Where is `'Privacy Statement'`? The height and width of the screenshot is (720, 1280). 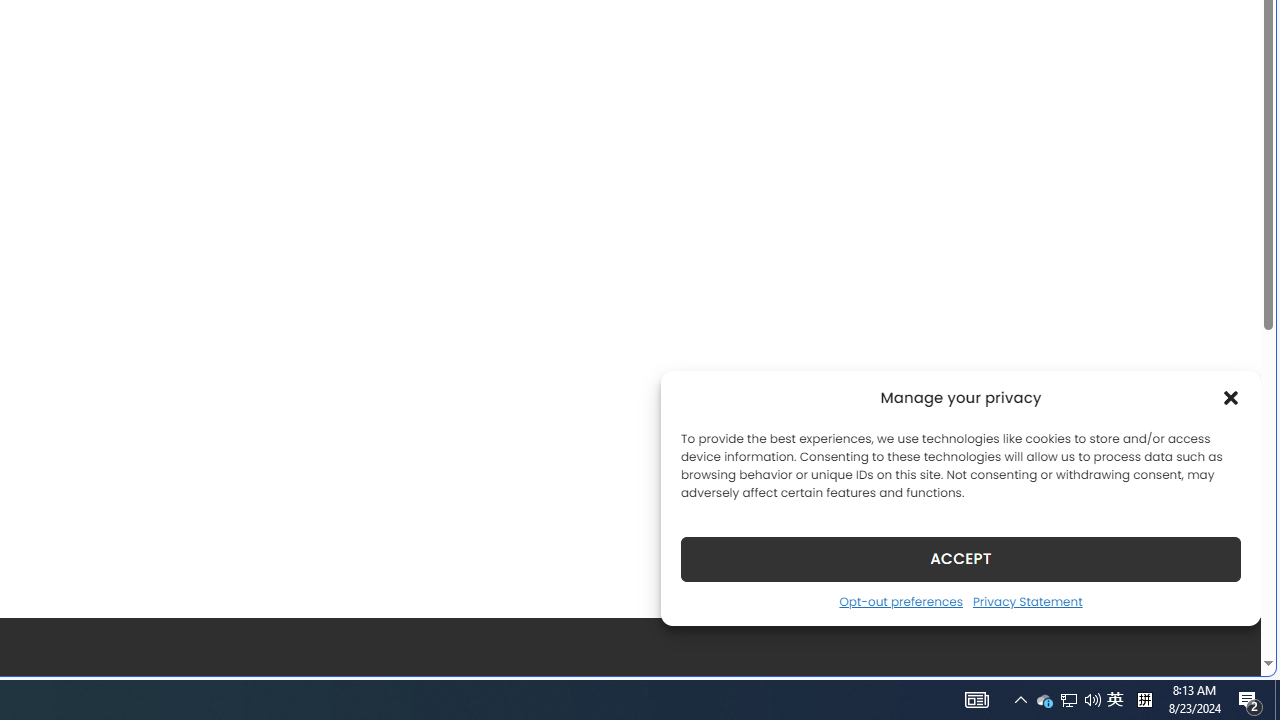 'Privacy Statement' is located at coordinates (1027, 600).